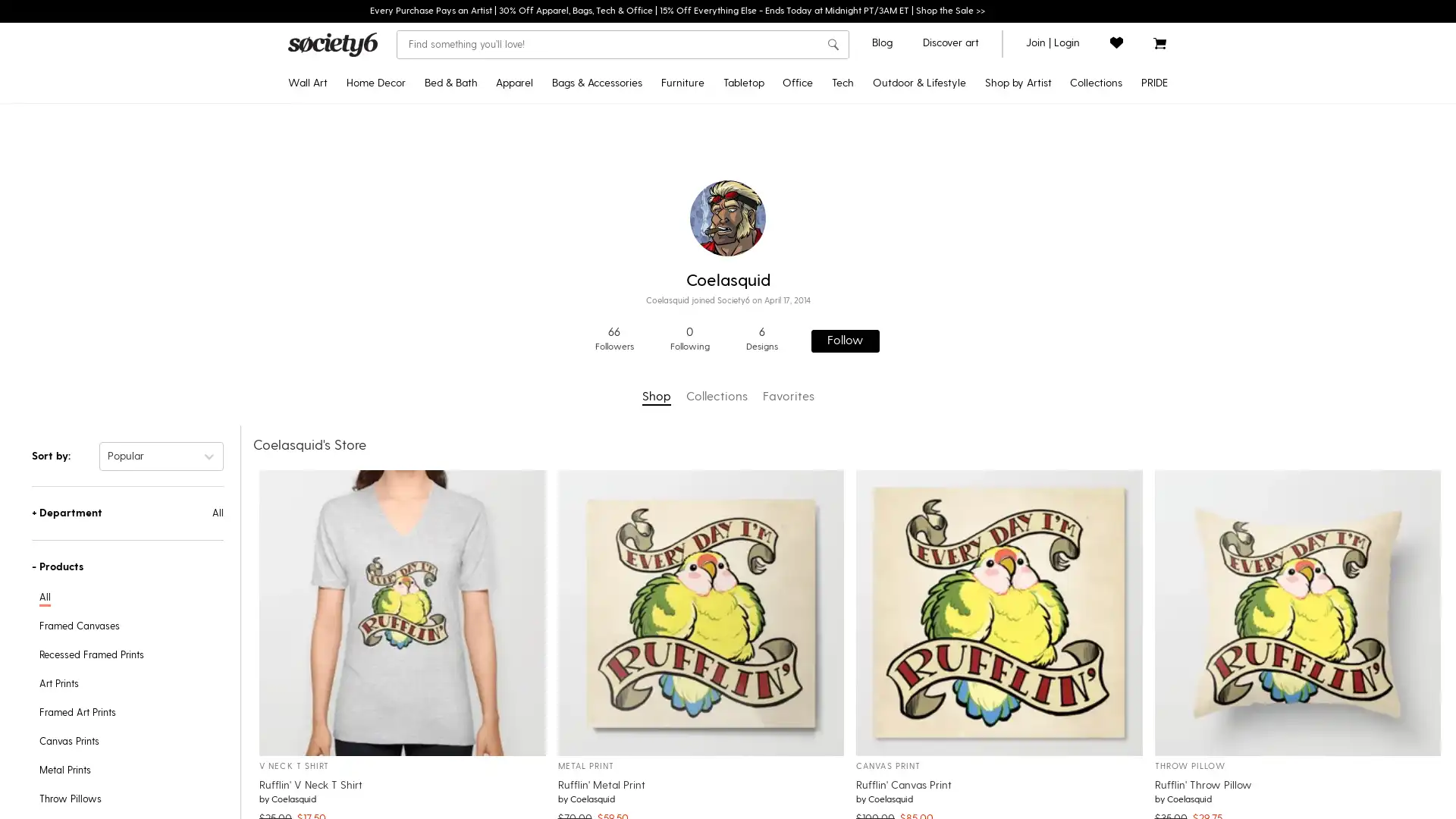 This screenshot has height=819, width=1456. Describe the element at coordinates (896, 315) in the screenshot. I see `Laptop Sleeves` at that location.